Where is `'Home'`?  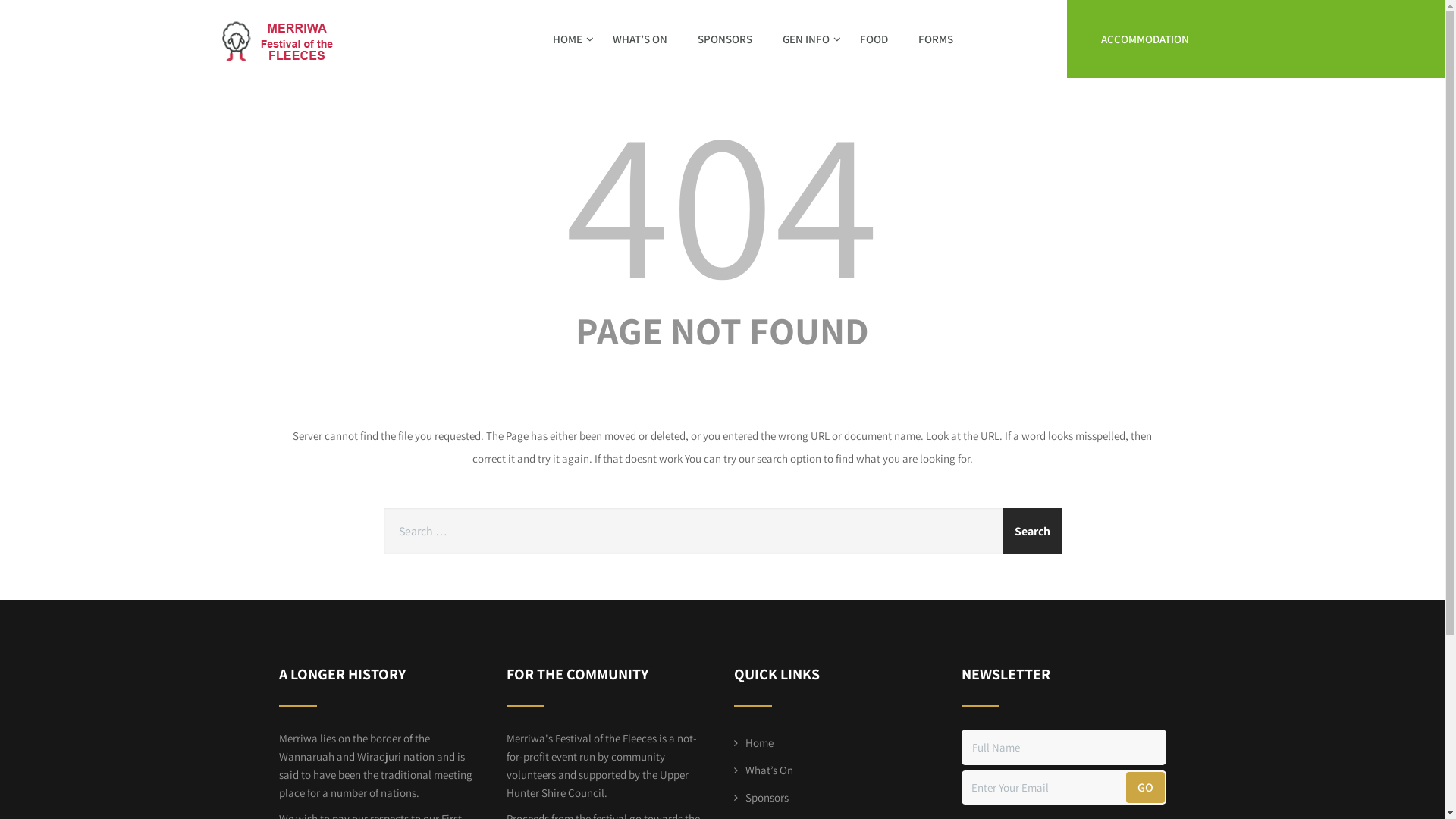
'Home' is located at coordinates (753, 742).